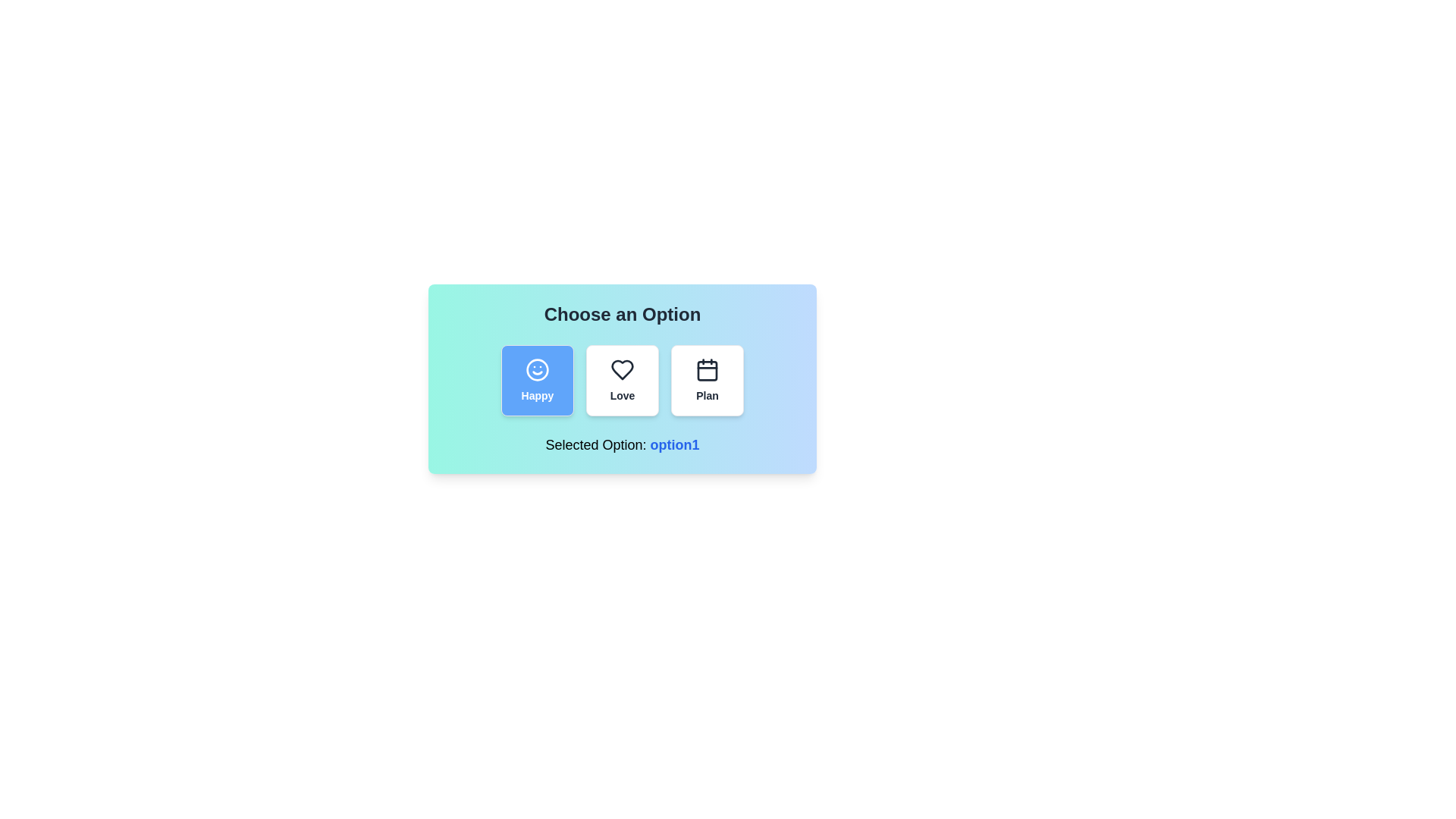 This screenshot has height=819, width=1456. I want to click on the text label that reads 'Happy', which is styled in bold white font against a blue background and is positioned below a smiley face icon, so click(538, 394).